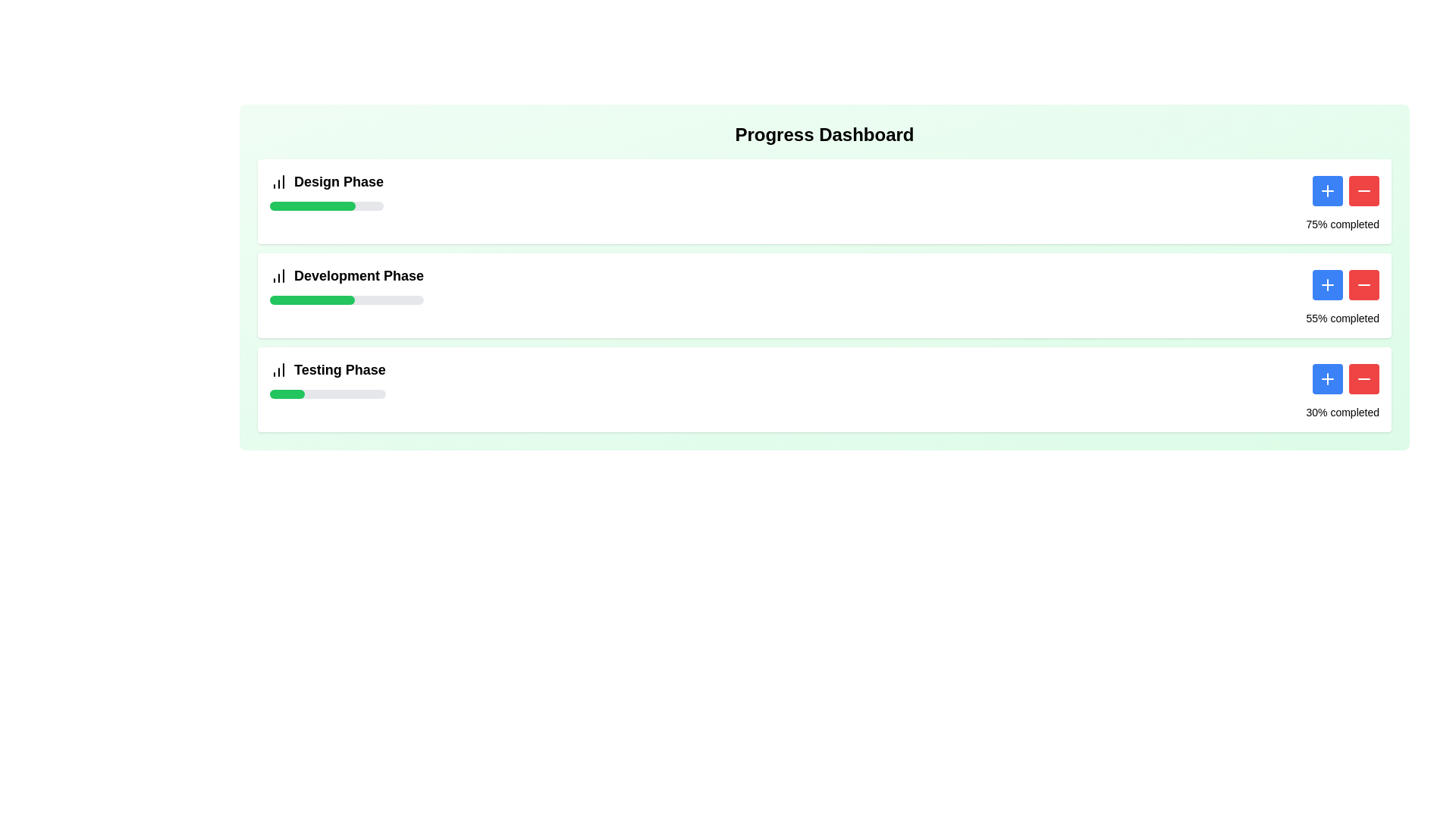 Image resolution: width=1456 pixels, height=819 pixels. Describe the element at coordinates (279, 180) in the screenshot. I see `the small graphic icon resembling an increasing column chart with three bars of varying heights, located to the left of the text 'Design Phase'` at that location.